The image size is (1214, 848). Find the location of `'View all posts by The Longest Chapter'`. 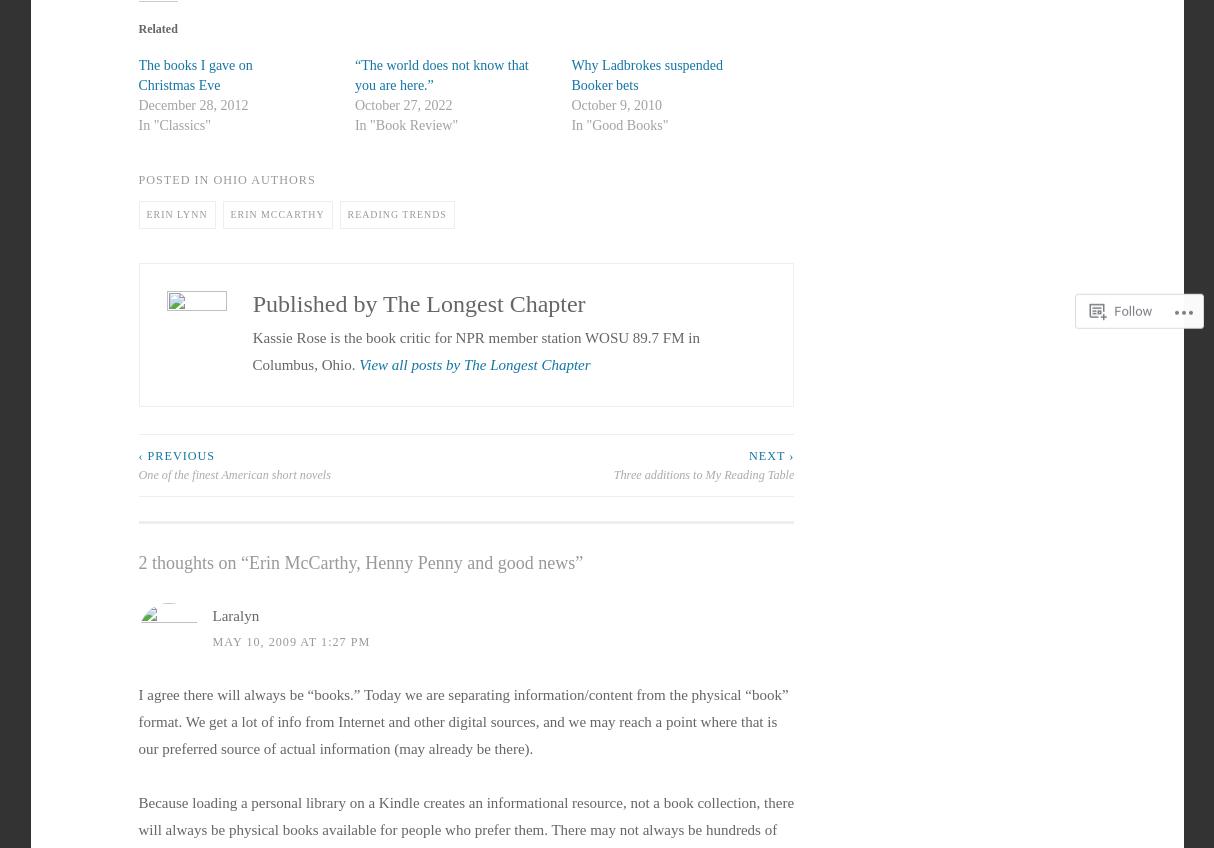

'View all posts by The Longest Chapter' is located at coordinates (474, 363).